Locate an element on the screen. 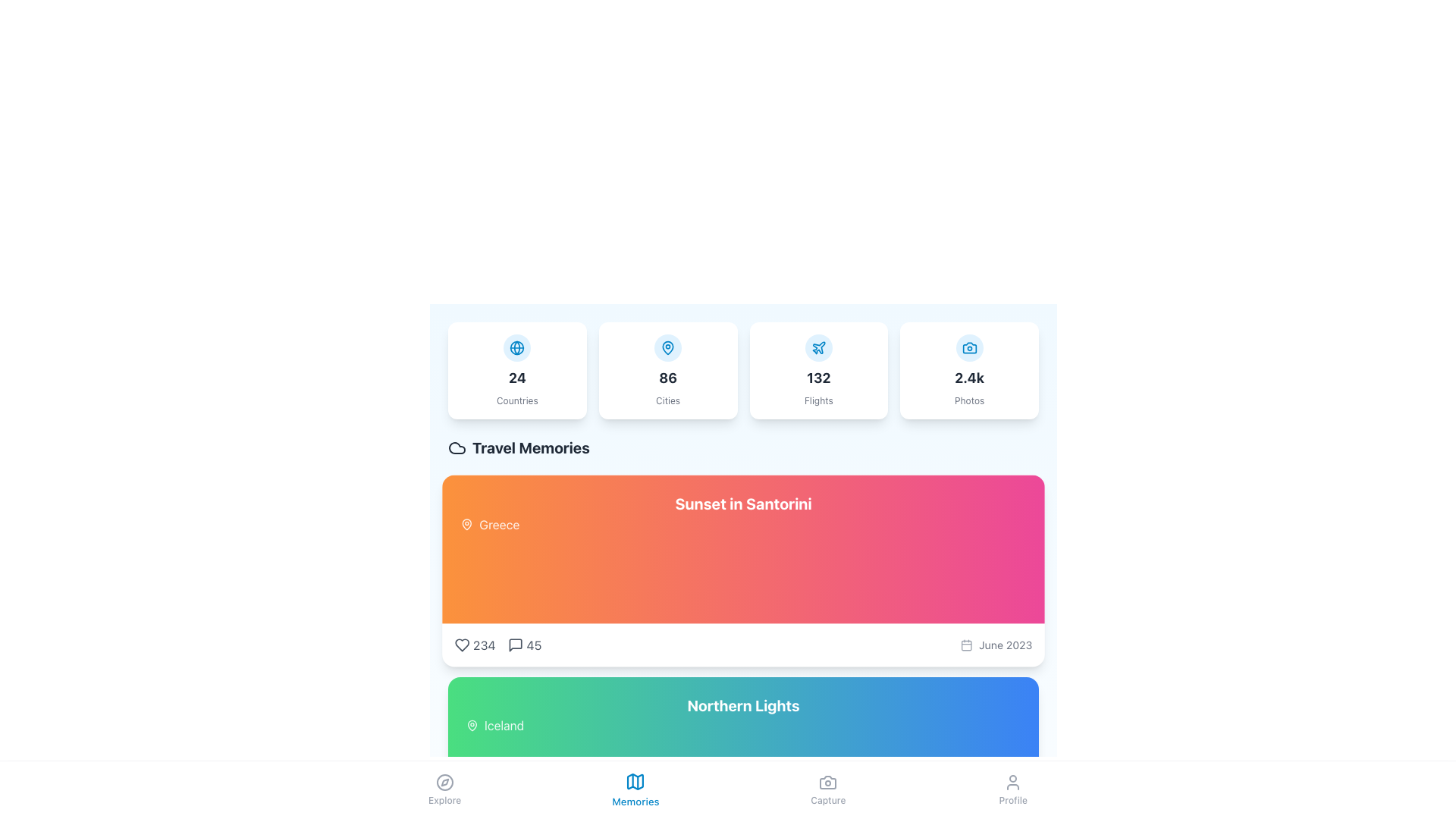 The image size is (1456, 819). the blue globe icon located at the top left corner of the first information card is located at coordinates (517, 348).